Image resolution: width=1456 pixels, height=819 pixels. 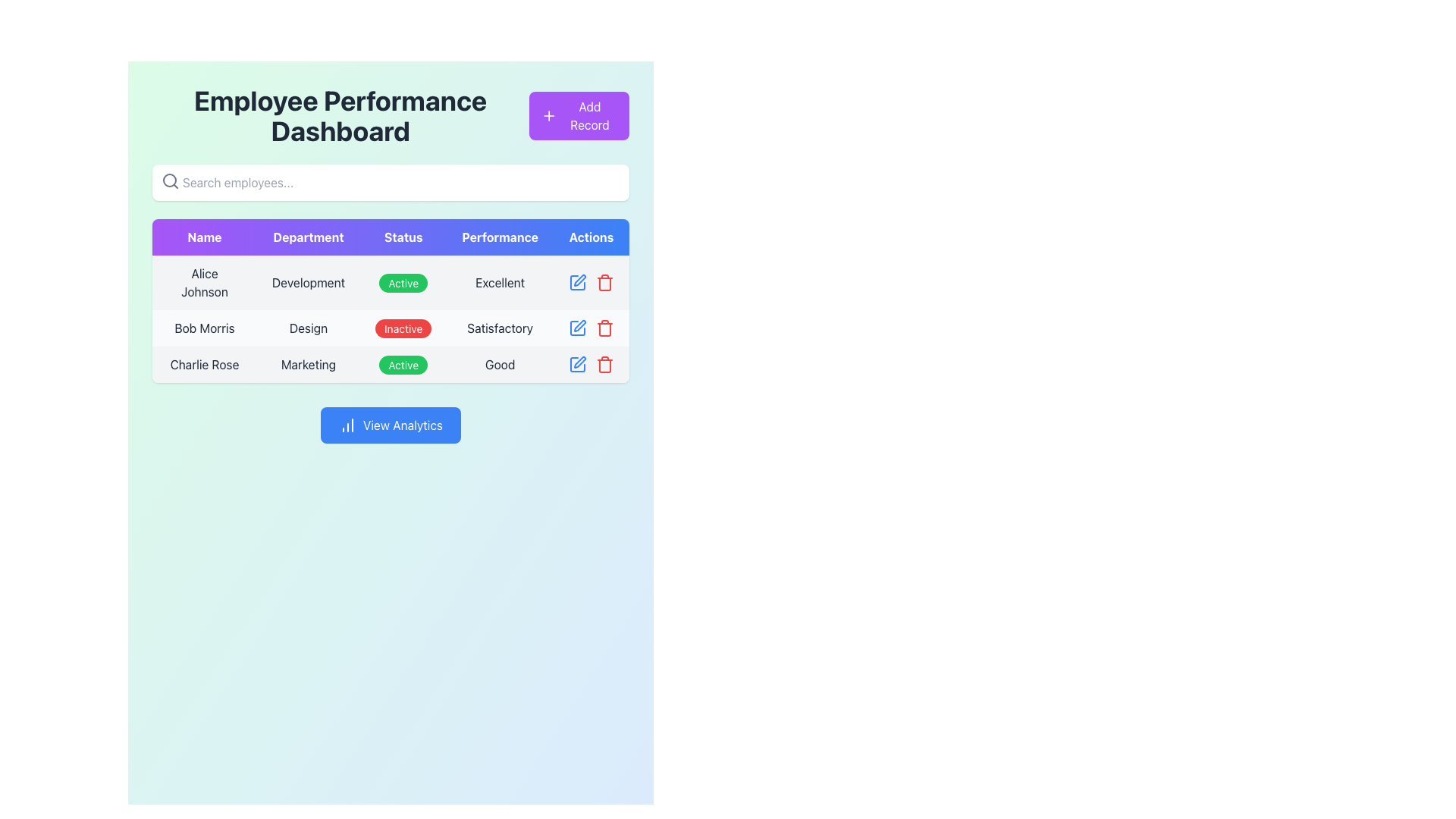 What do you see at coordinates (203, 283) in the screenshot?
I see `the employee's name text label located in the first cell of the first row of the table, directly beneath the 'Name' header` at bounding box center [203, 283].